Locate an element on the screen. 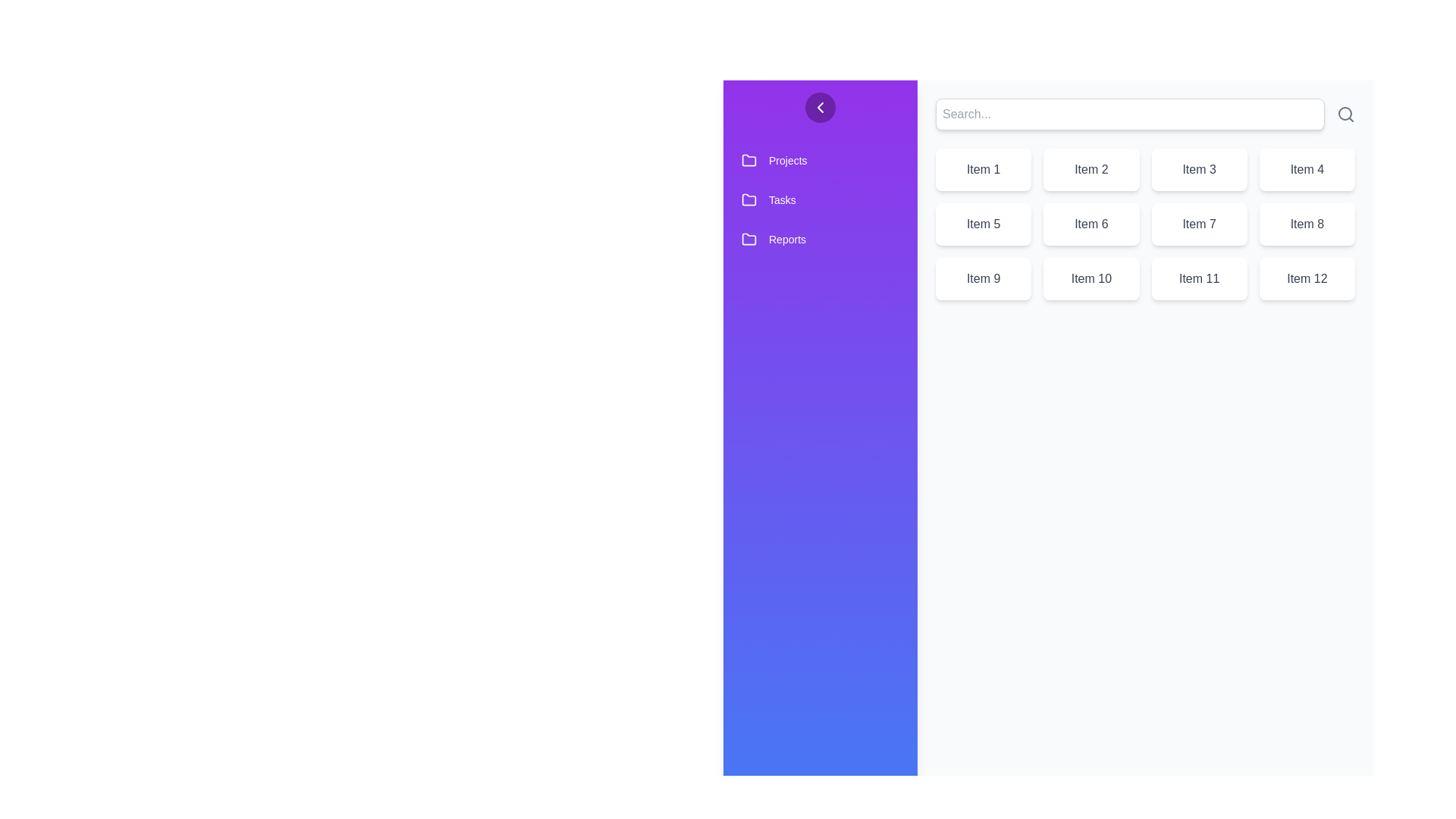 Image resolution: width=1456 pixels, height=819 pixels. the arrow button to toggle the sidebar visibility is located at coordinates (819, 107).